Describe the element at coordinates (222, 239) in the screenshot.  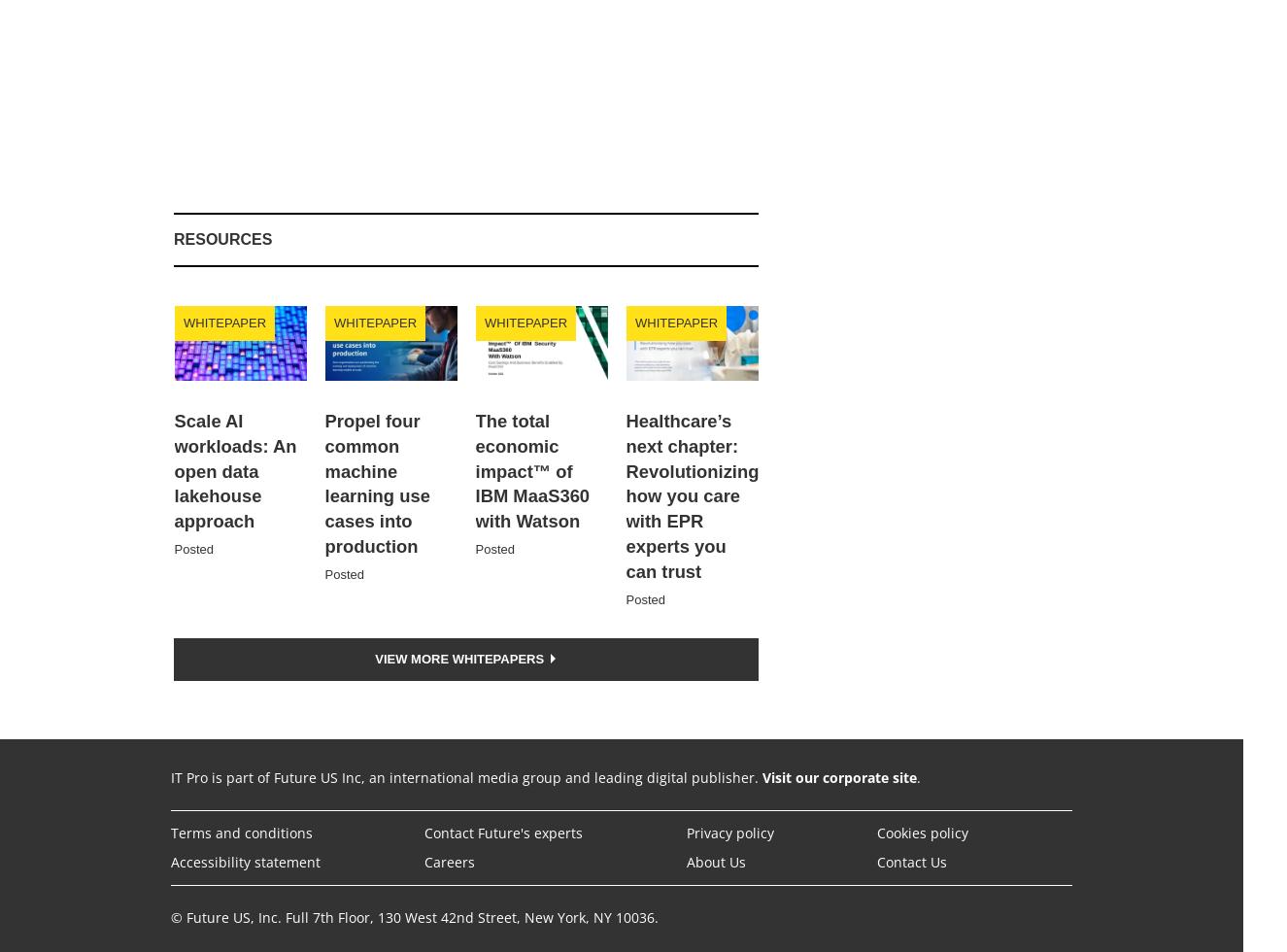
I see `'Resources'` at that location.